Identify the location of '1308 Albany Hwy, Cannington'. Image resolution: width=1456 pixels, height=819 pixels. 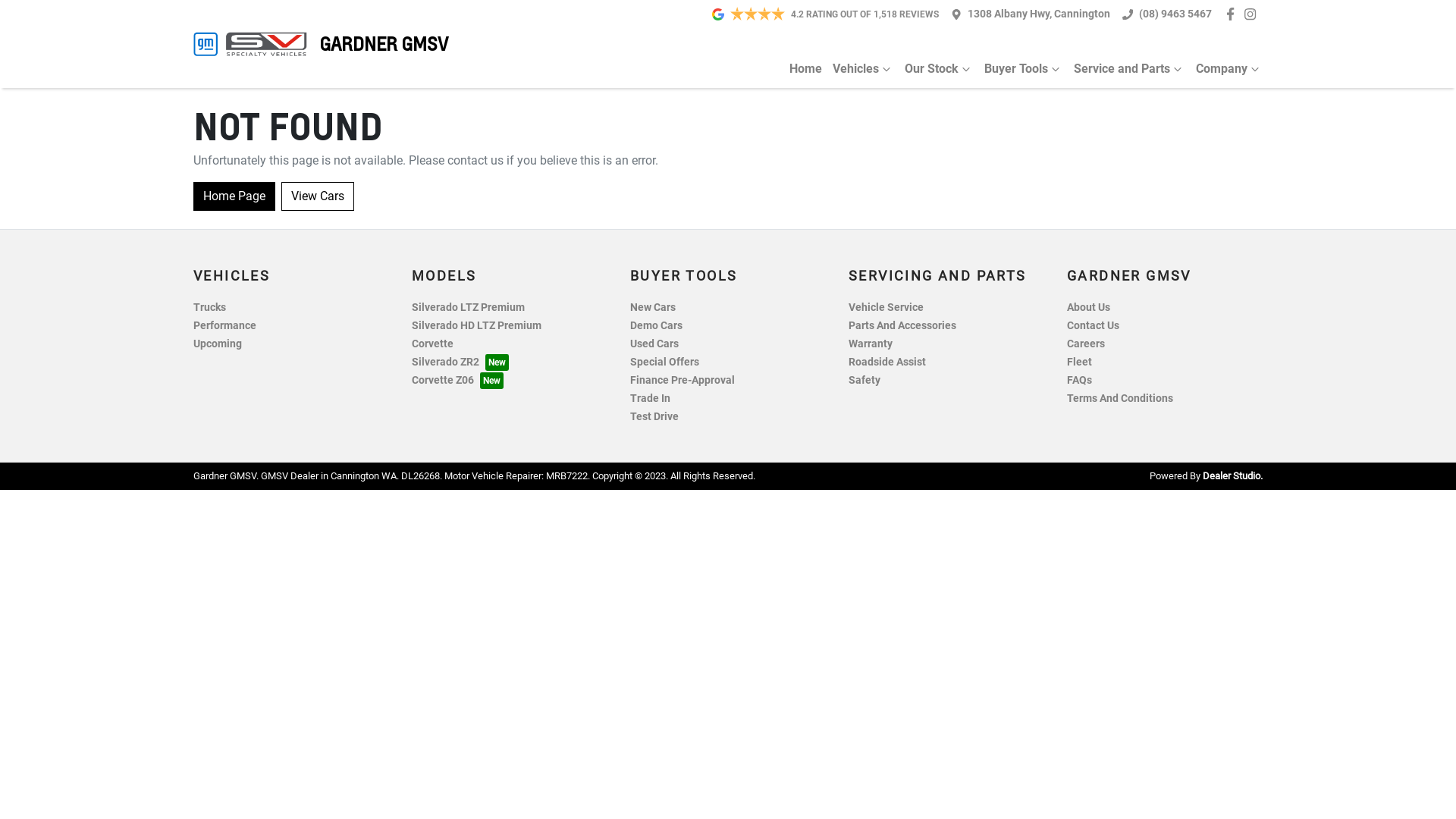
(1037, 14).